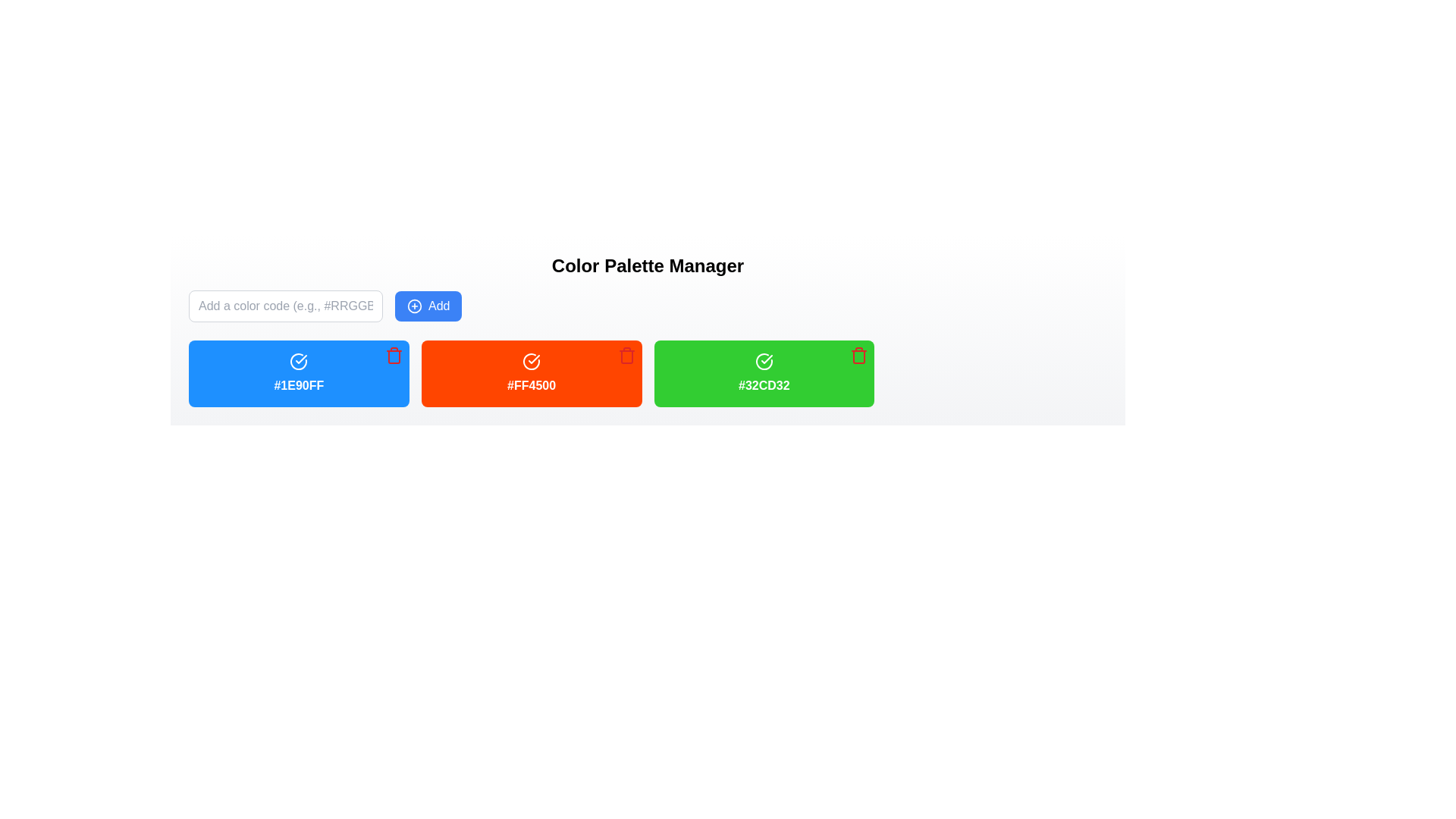  What do you see at coordinates (532, 385) in the screenshot?
I see `text displayed in the text label showing the hexadecimal color code '#FF4500', which is centrally positioned in the second color block of the color palette` at bounding box center [532, 385].